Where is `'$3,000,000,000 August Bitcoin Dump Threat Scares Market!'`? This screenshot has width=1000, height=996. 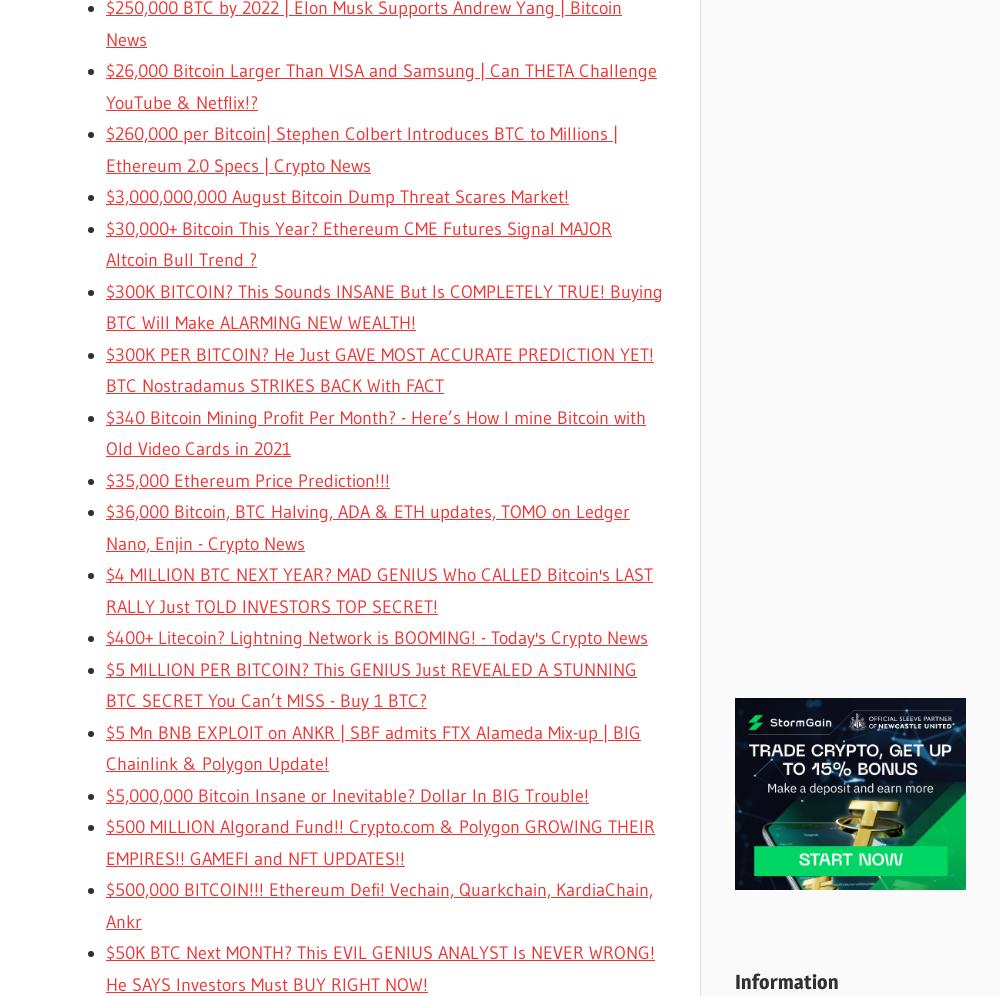
'$3,000,000,000 August Bitcoin Dump Threat Scares Market!' is located at coordinates (336, 197).